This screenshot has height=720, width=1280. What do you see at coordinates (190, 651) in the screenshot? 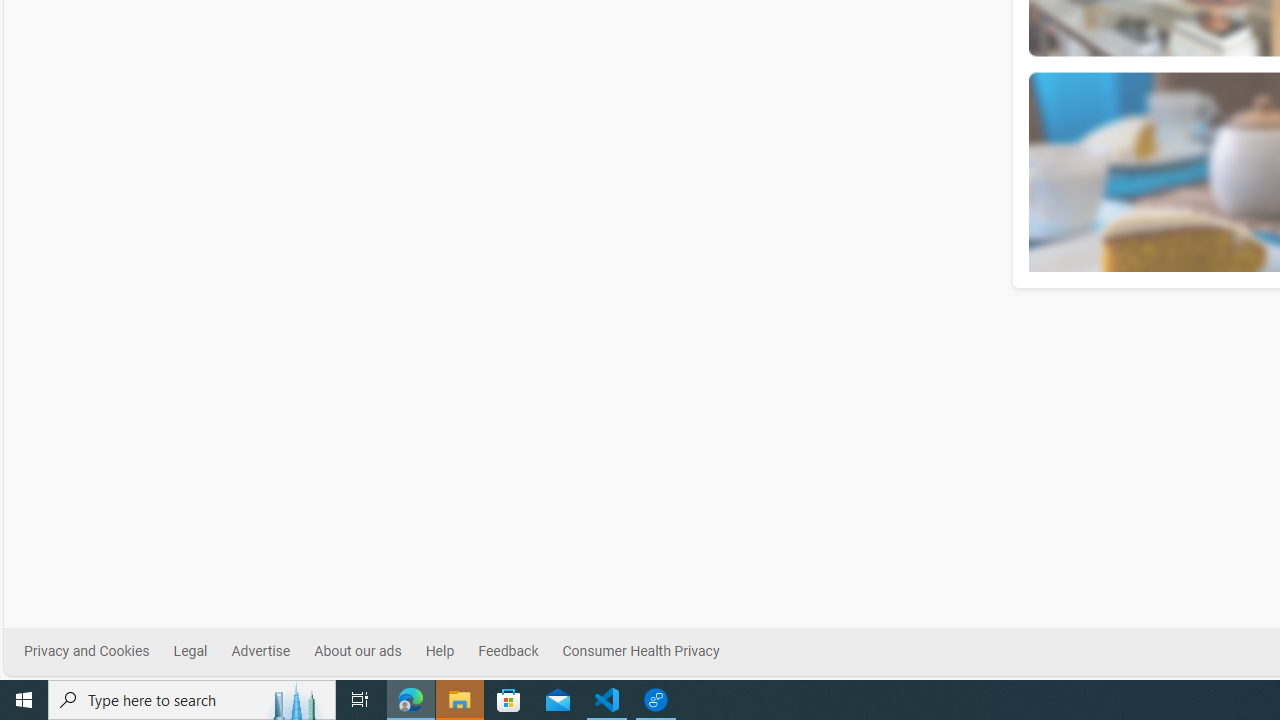
I see `'Legal'` at bounding box center [190, 651].